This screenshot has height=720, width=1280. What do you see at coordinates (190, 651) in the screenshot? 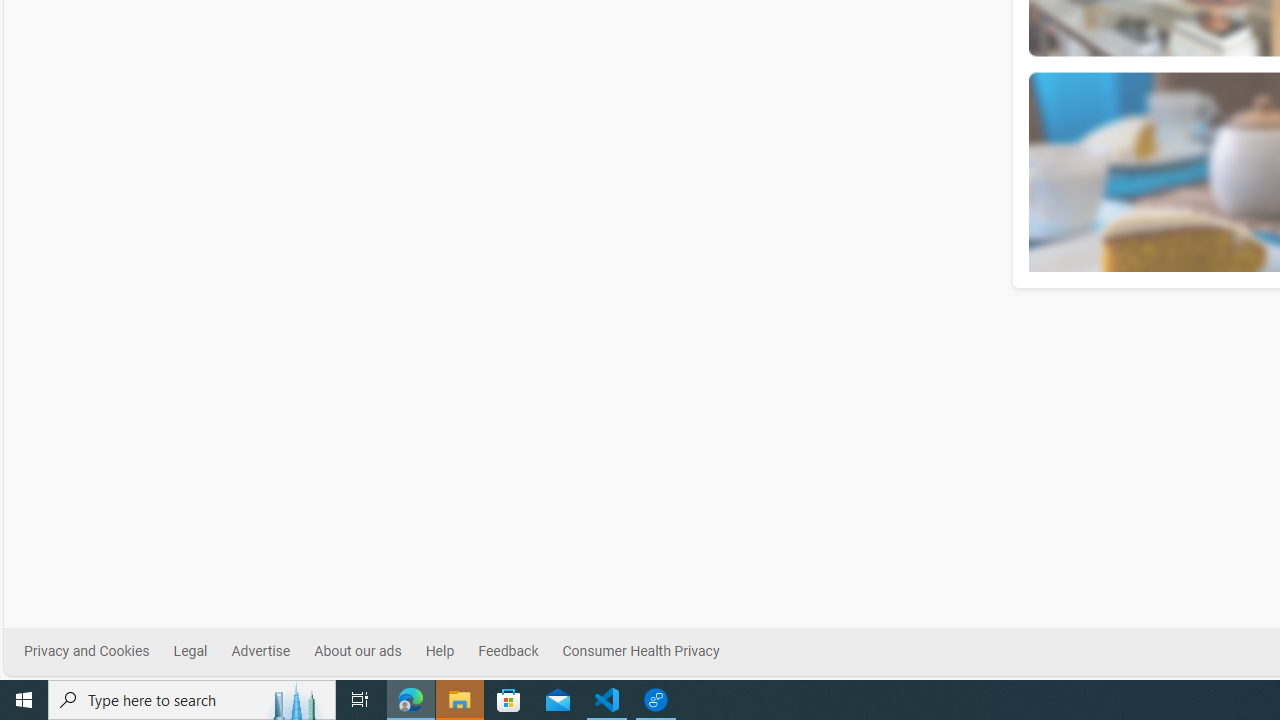
I see `'Legal'` at bounding box center [190, 651].